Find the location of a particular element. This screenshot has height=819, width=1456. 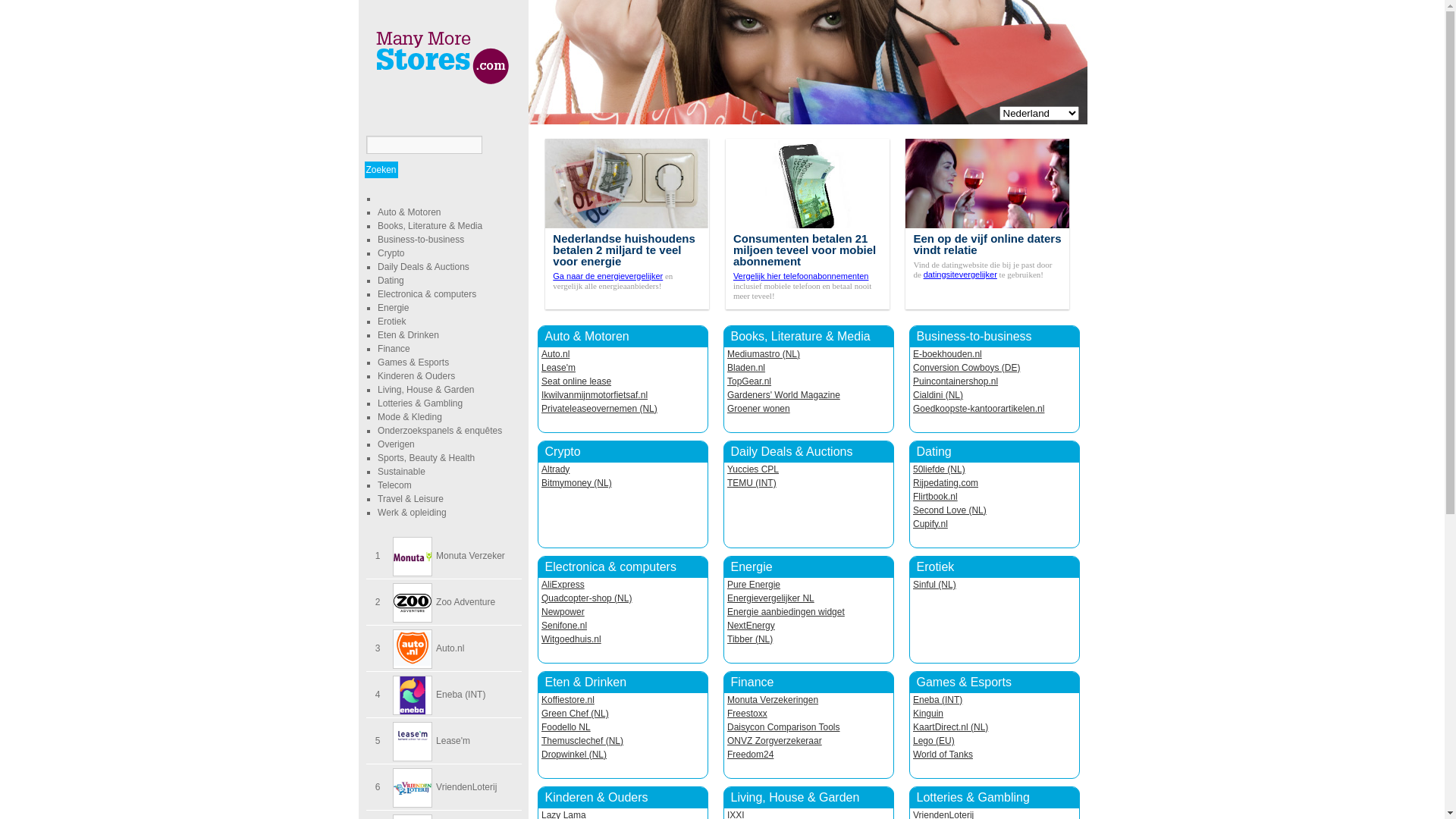

'Senifone.nl' is located at coordinates (541, 626).